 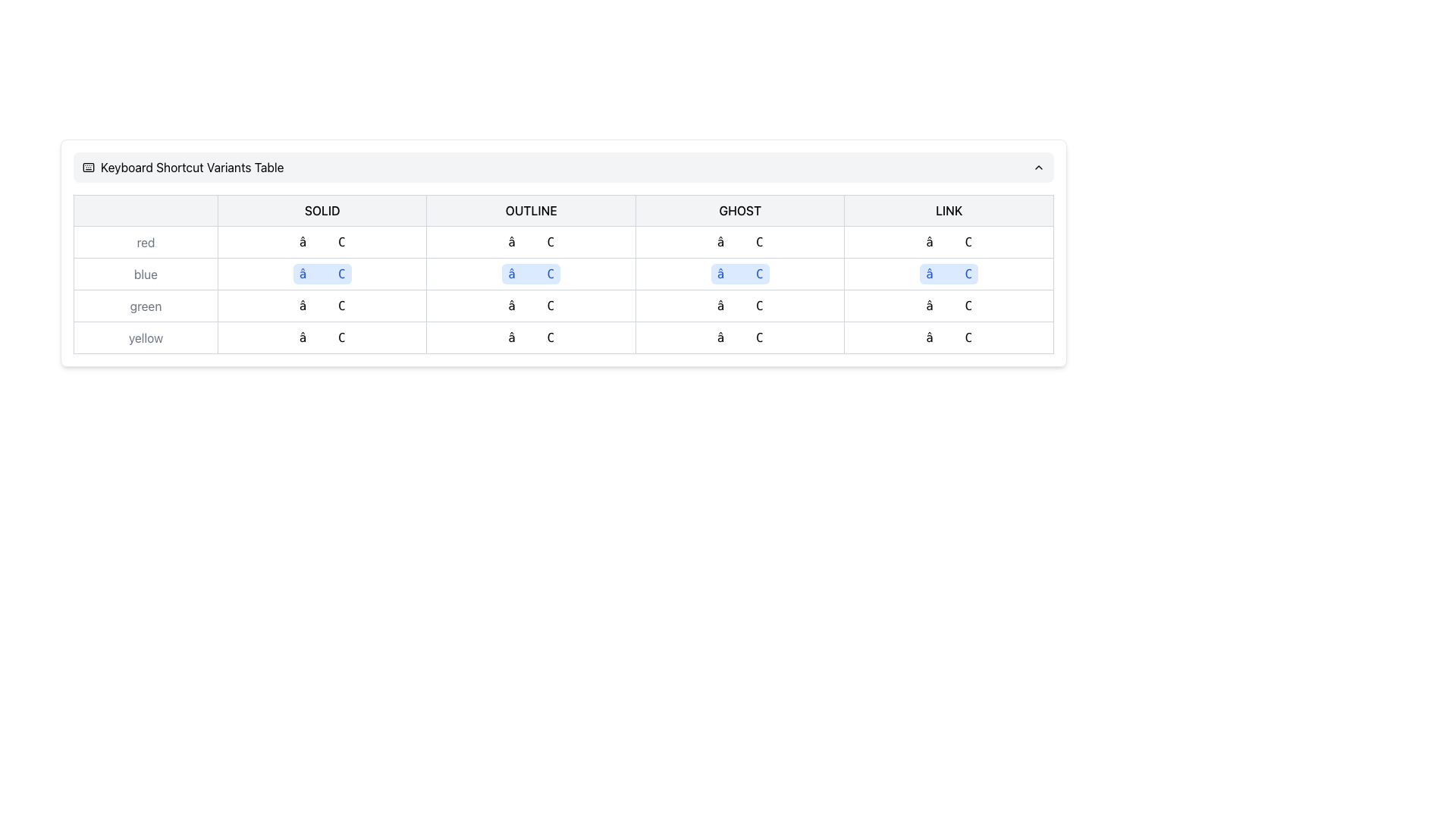 What do you see at coordinates (146, 274) in the screenshot?
I see `the label element containing the text 'blue', which is styled with a light gray font and located in the first column of the second row under the 'red' row in the color options table` at bounding box center [146, 274].